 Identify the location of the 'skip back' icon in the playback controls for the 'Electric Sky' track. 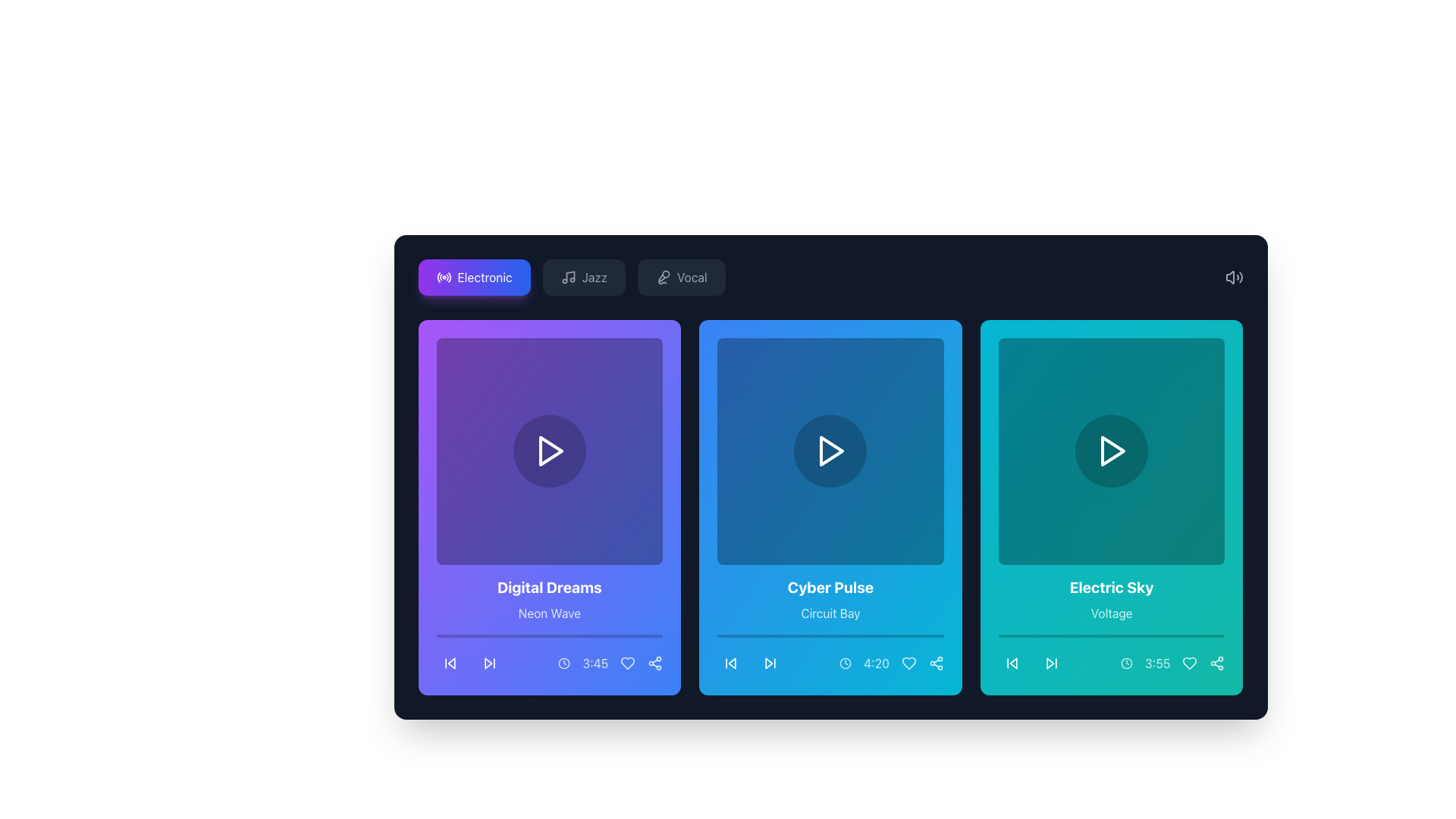
(1013, 662).